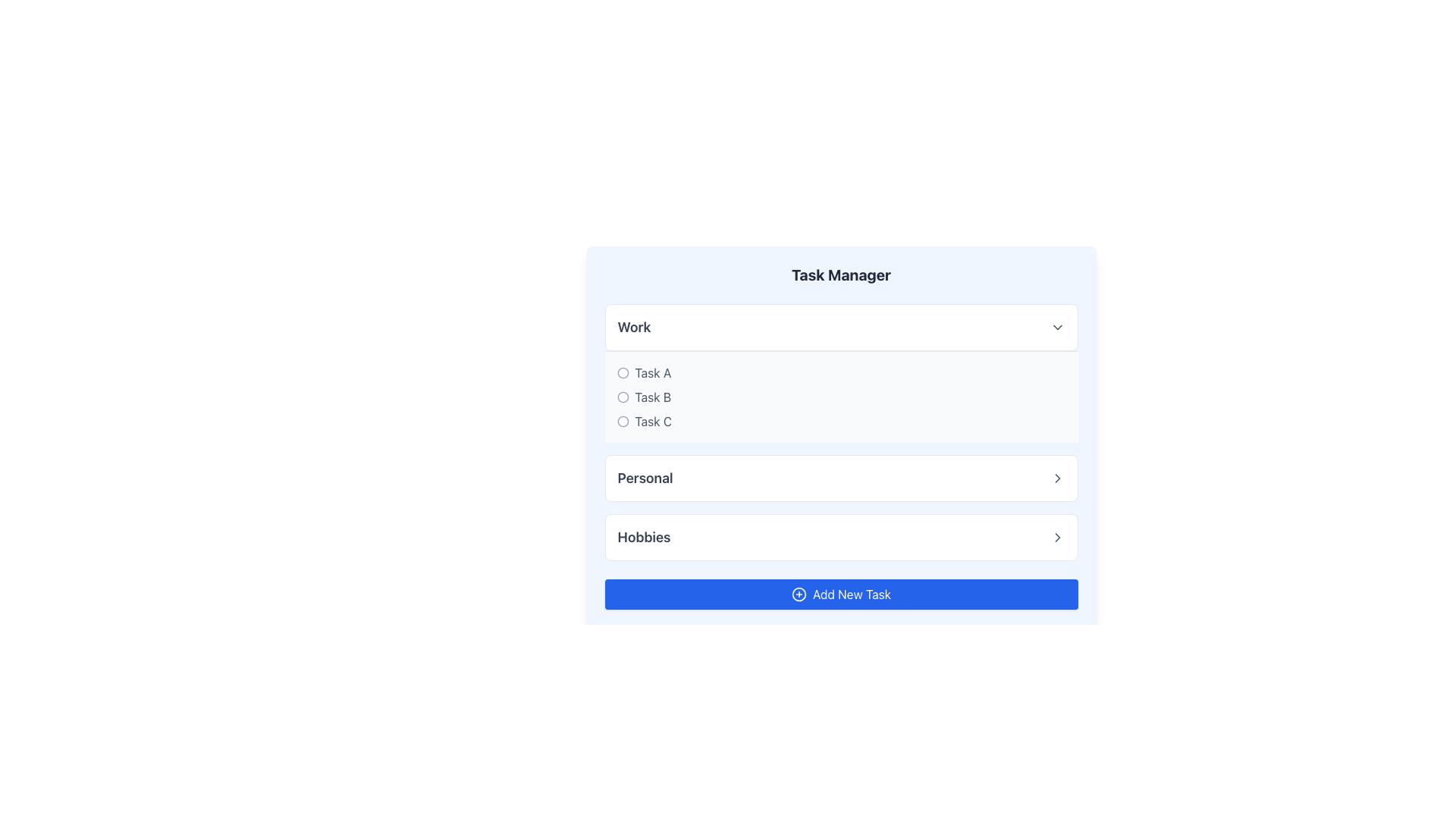  Describe the element at coordinates (653, 397) in the screenshot. I see `the text label displaying 'Task B' in gray color, which is the second option in the vertical list labeled 'Work' in the 'Task Manager' interface` at that location.